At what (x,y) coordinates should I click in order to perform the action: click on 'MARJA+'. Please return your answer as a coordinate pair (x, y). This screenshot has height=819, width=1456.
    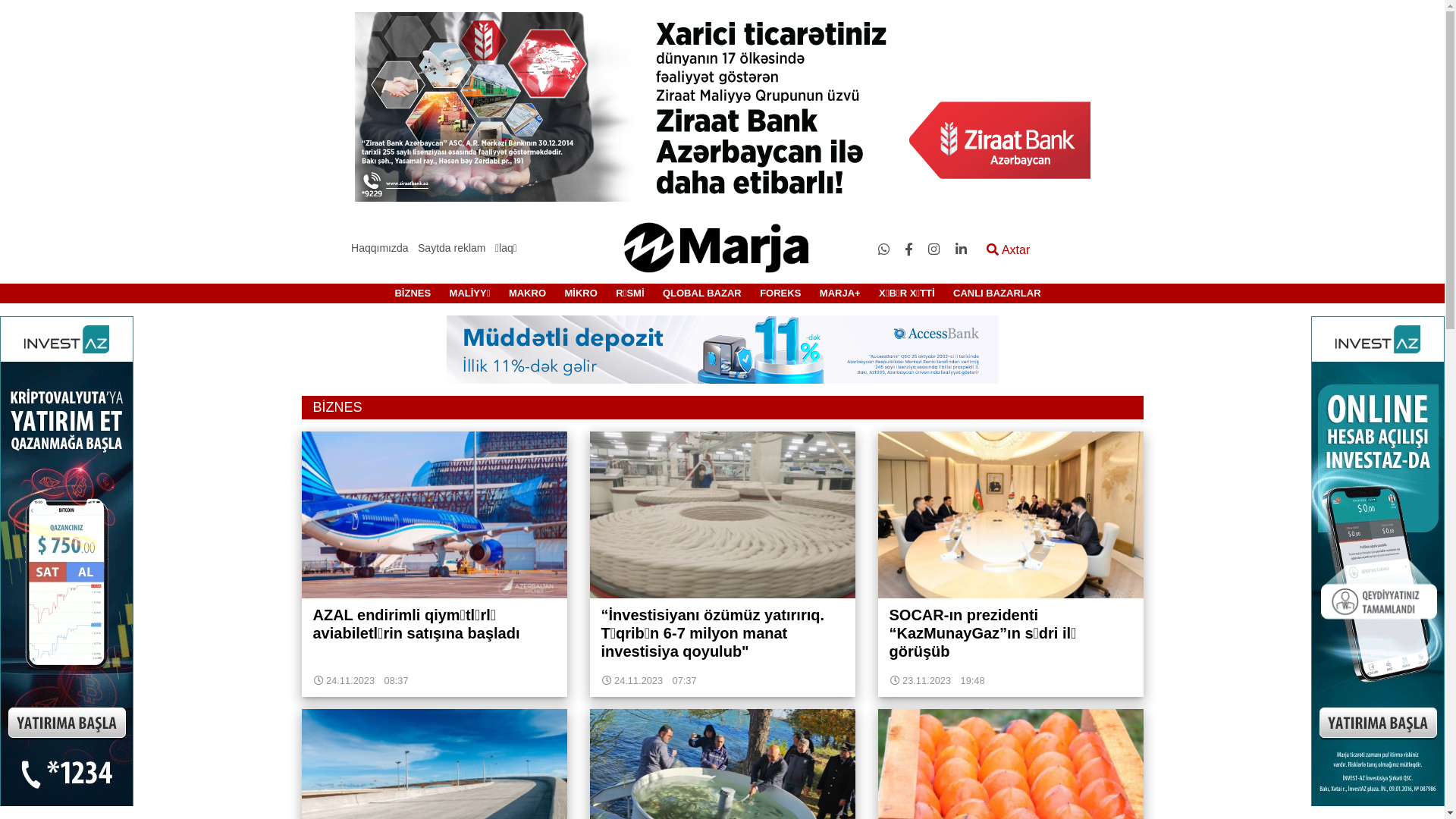
    Looking at the image, I should click on (839, 293).